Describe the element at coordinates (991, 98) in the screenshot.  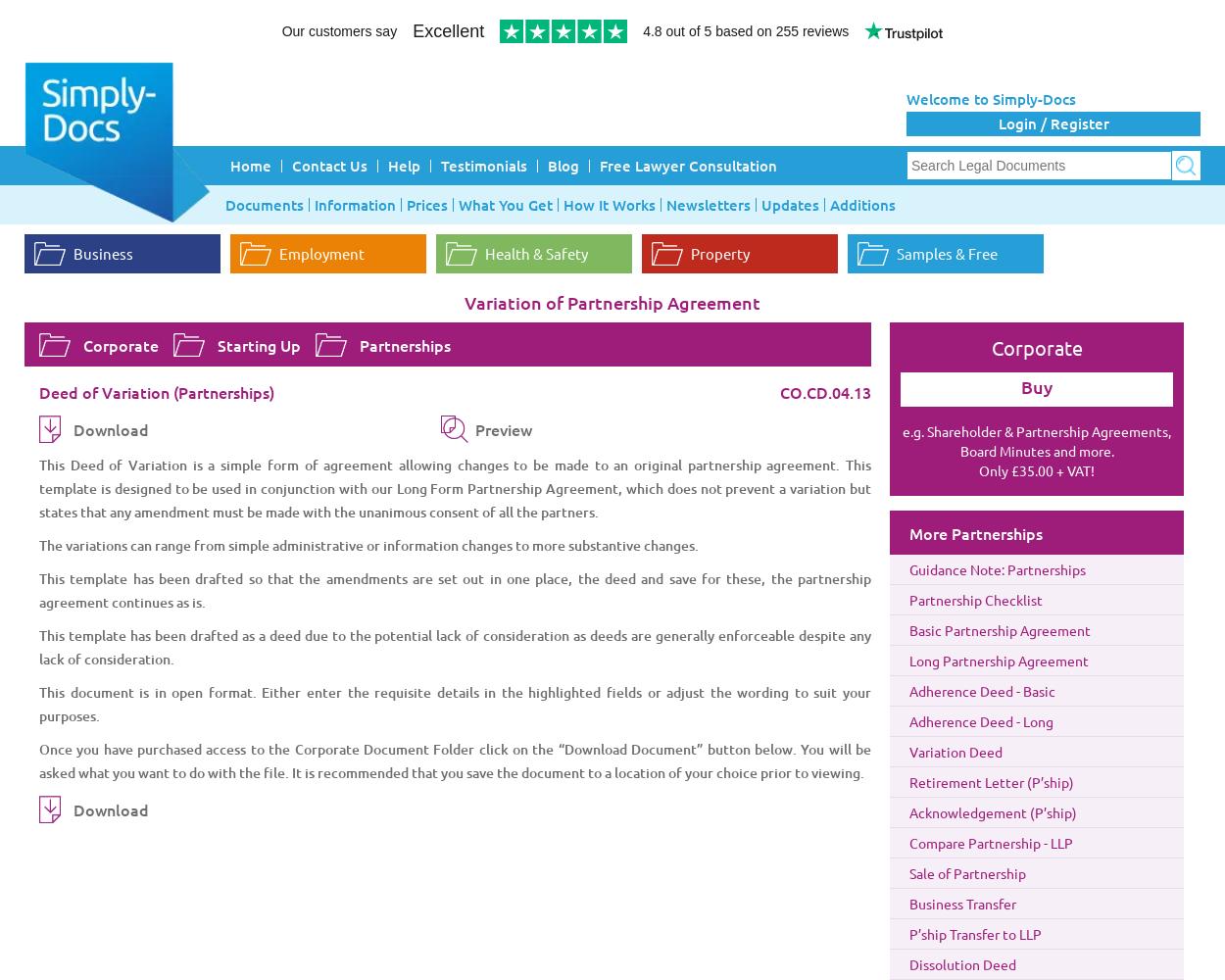
I see `'Welcome to Simply-Docs'` at that location.